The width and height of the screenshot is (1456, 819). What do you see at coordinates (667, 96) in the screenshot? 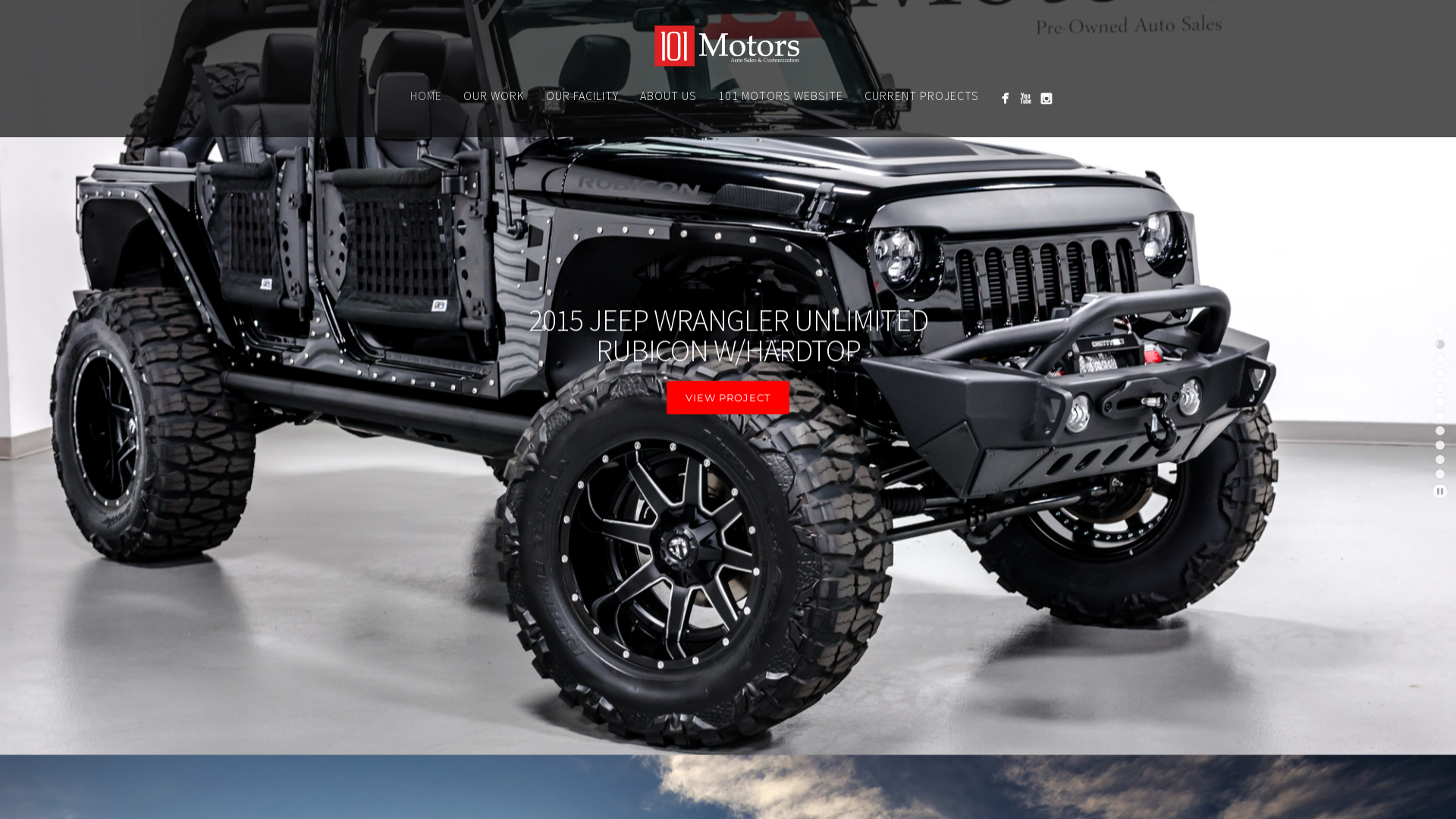
I see `'ABOUT US'` at bounding box center [667, 96].